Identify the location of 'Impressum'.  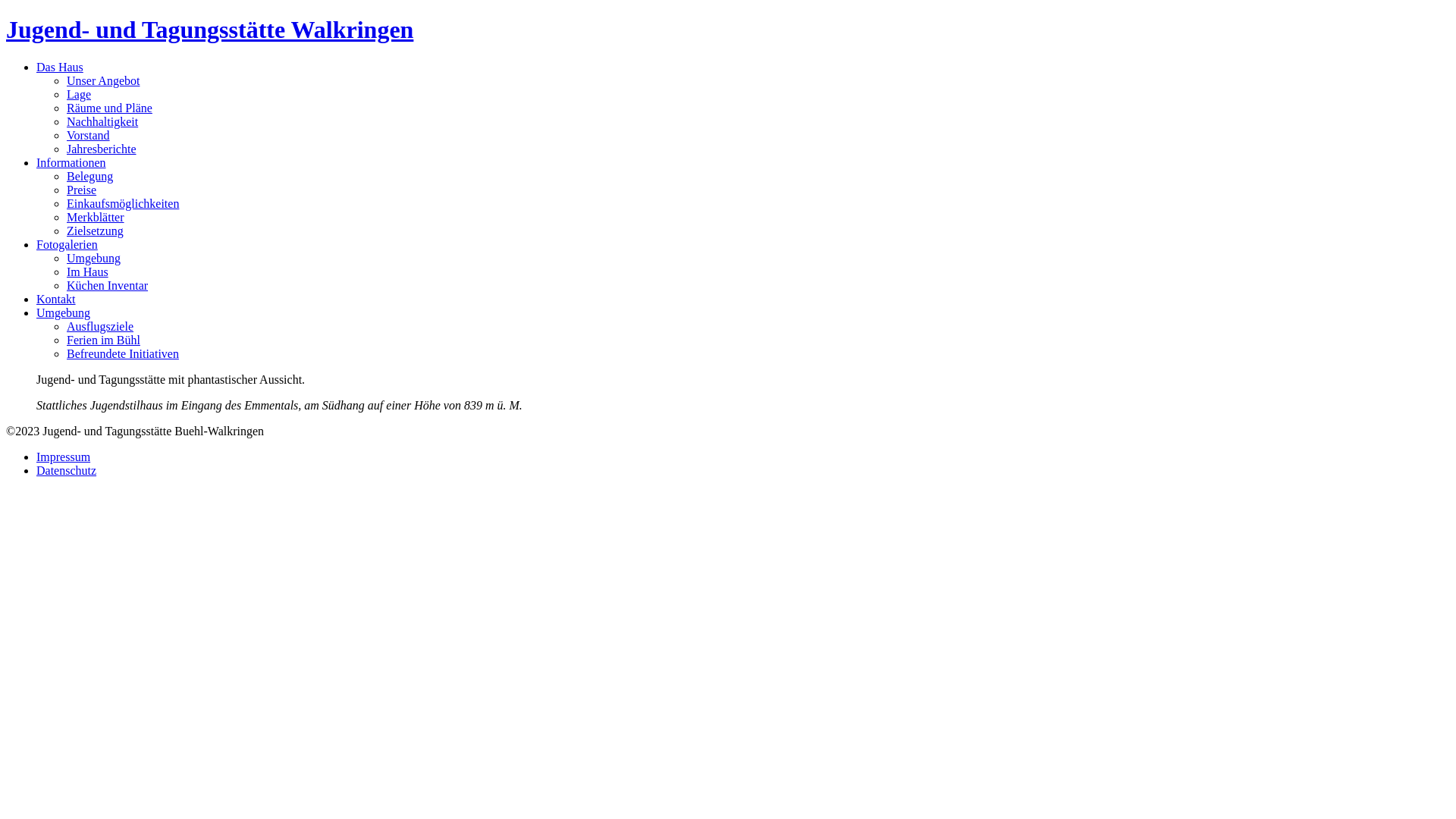
(62, 456).